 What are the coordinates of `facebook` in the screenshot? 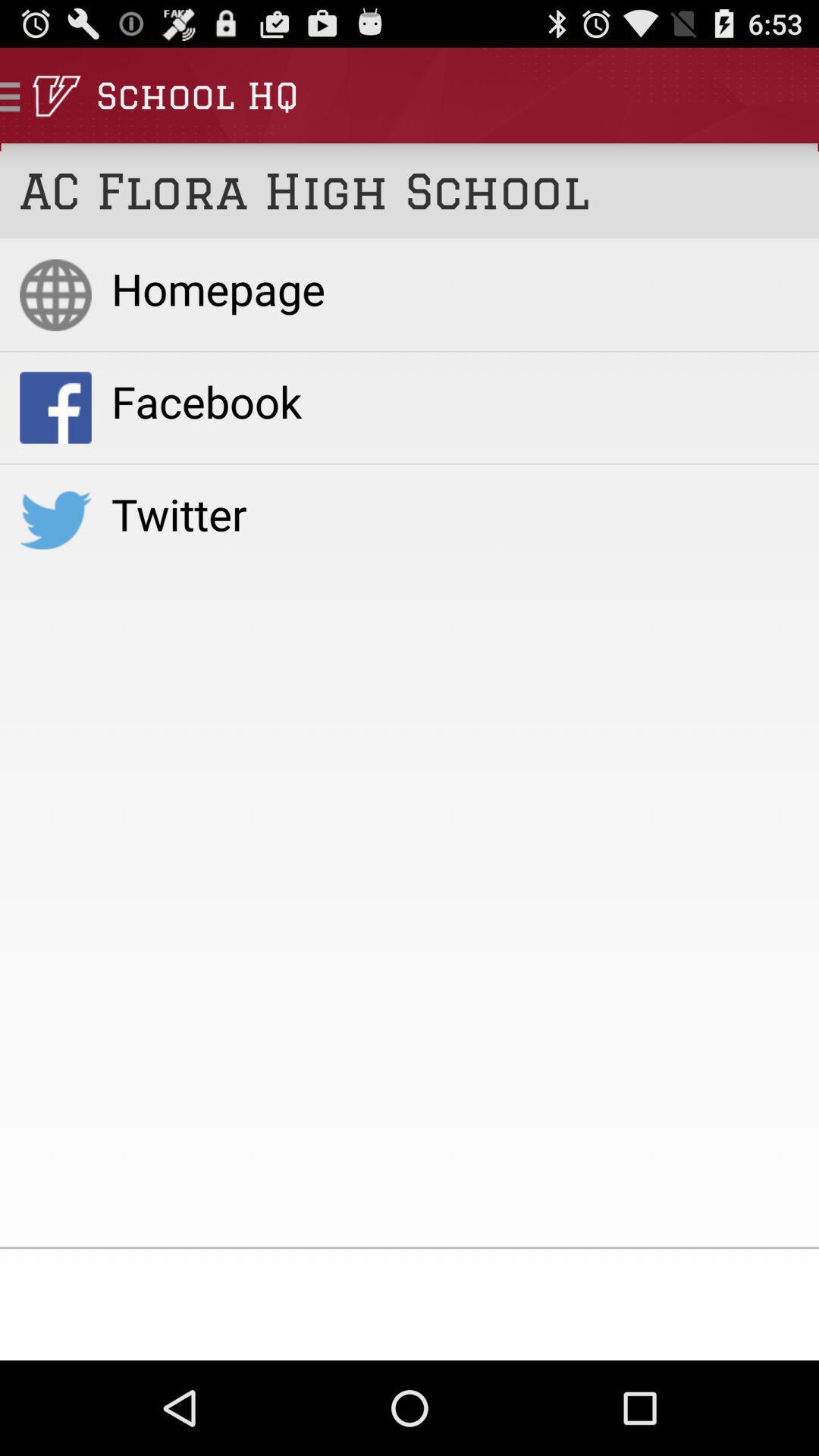 It's located at (454, 401).